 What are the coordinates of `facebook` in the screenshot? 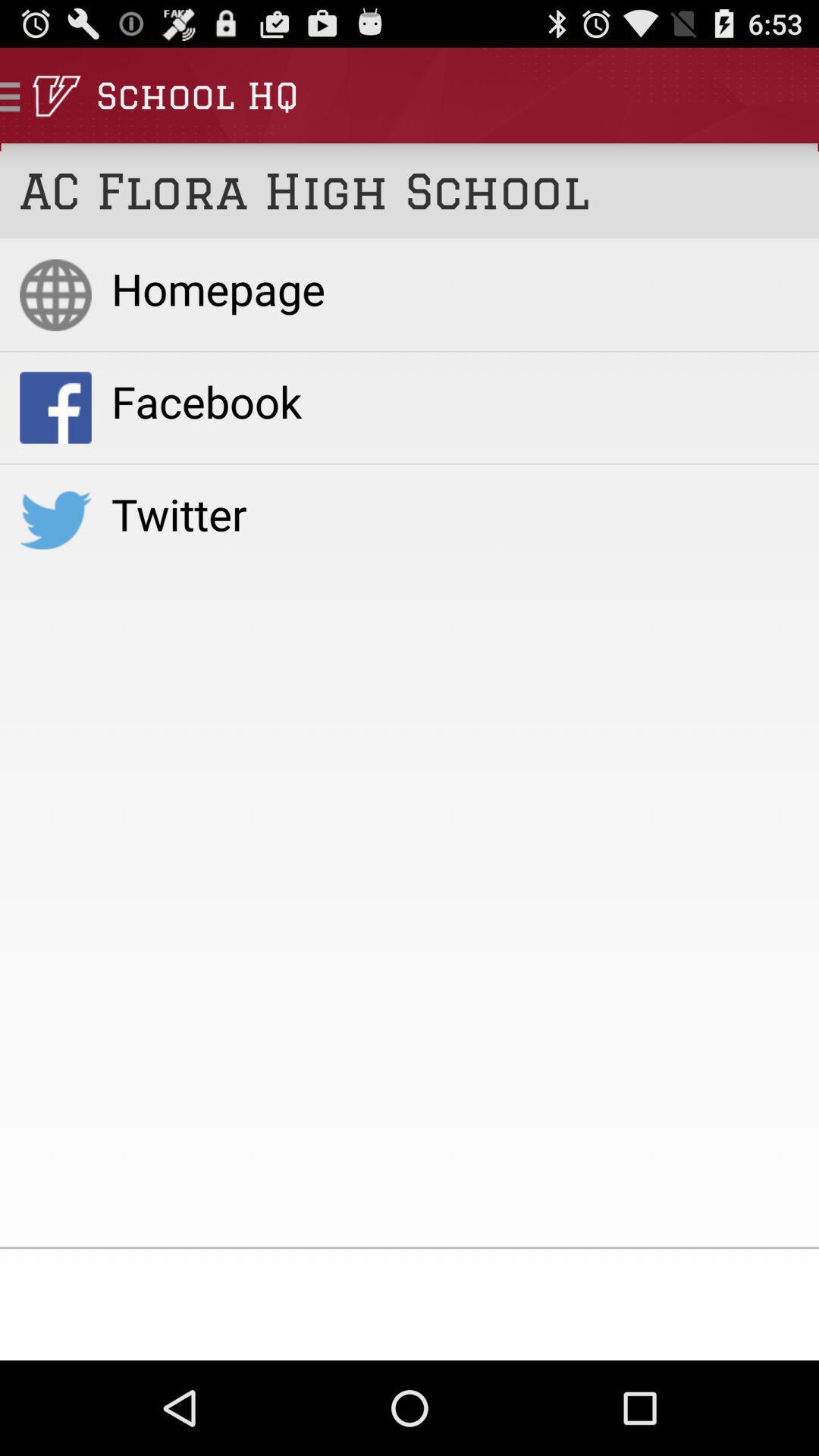 It's located at (454, 401).